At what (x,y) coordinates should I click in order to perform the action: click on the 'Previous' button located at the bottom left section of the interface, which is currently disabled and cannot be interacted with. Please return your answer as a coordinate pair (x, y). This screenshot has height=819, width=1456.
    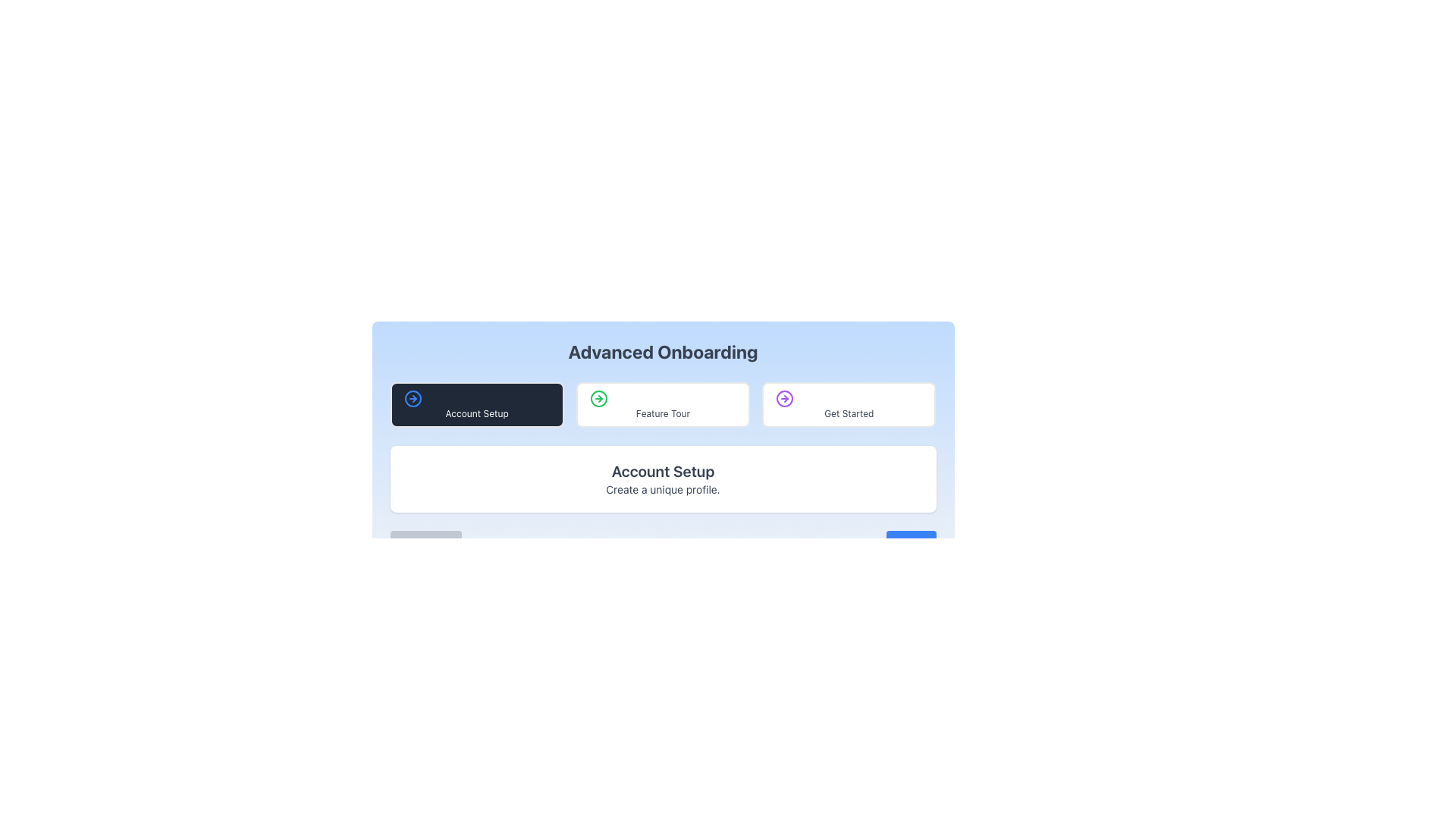
    Looking at the image, I should click on (425, 555).